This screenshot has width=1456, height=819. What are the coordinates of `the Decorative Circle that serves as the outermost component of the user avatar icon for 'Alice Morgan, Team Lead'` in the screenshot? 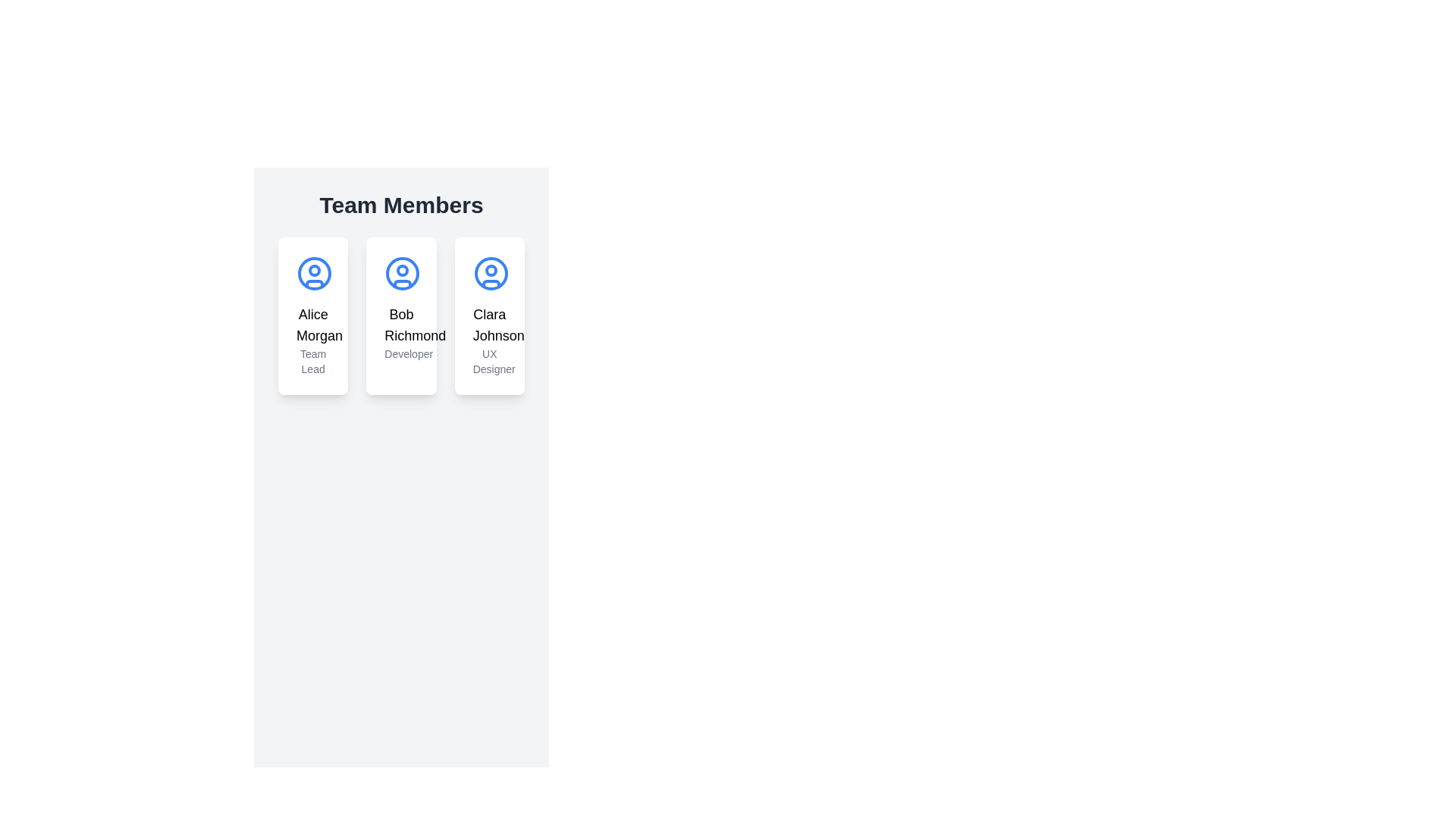 It's located at (313, 274).